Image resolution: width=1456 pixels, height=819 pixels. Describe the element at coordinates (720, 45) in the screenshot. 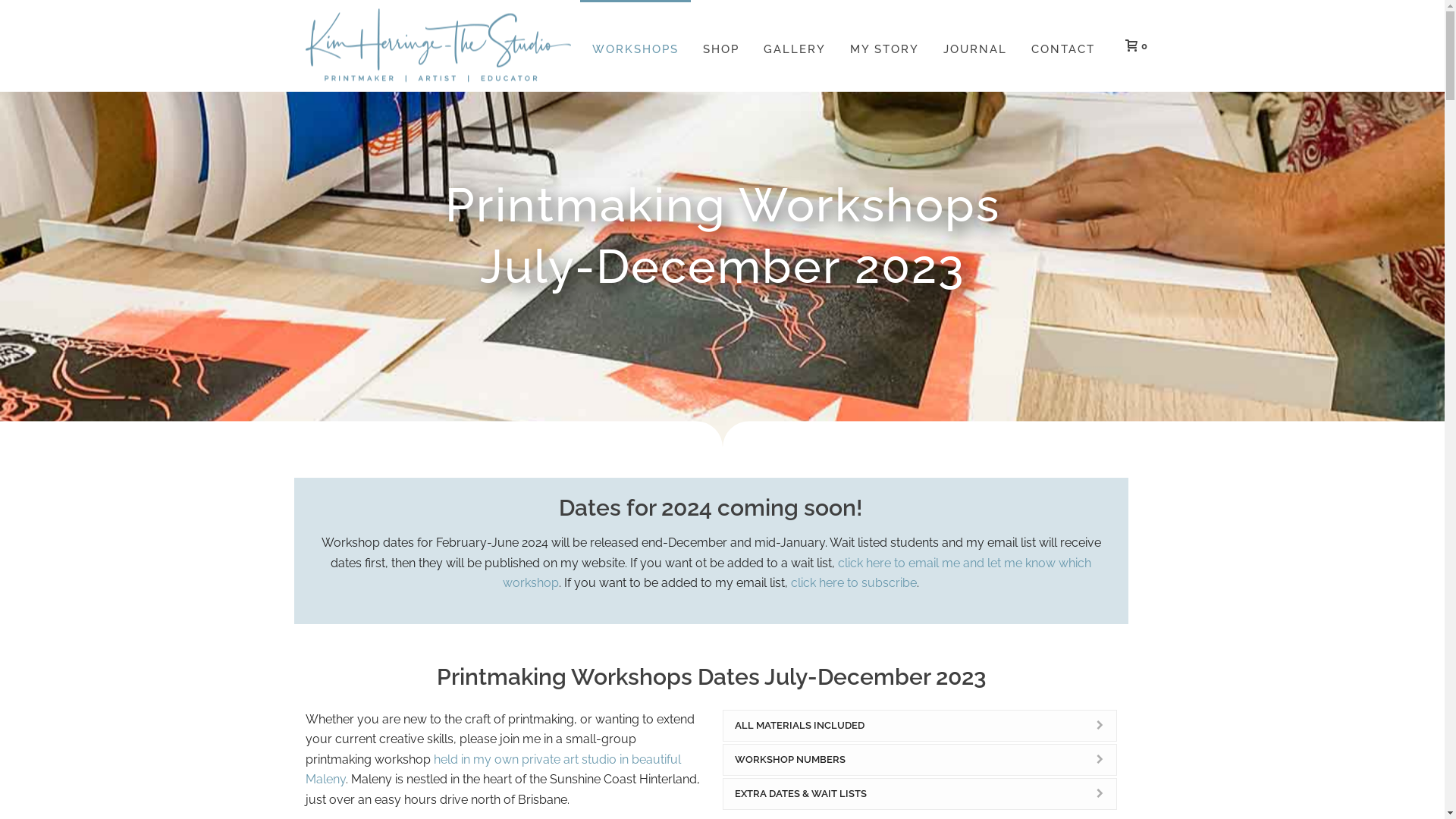

I see `'SHOP'` at that location.